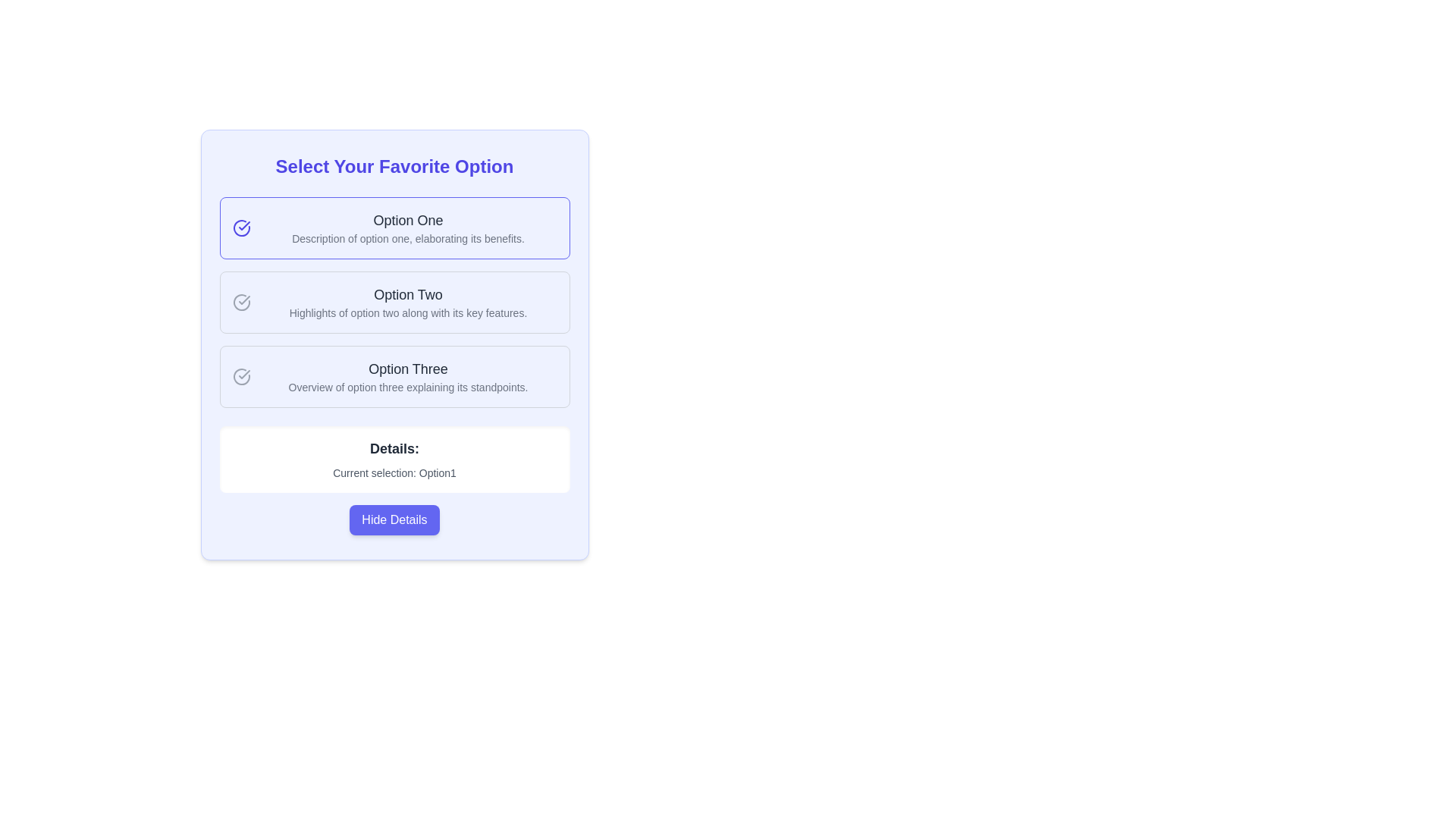 This screenshot has width=1456, height=819. I want to click on the circular icon with a blue outline and a checkmark inside, located next to the text 'Option One' in the first option group, so click(240, 227).